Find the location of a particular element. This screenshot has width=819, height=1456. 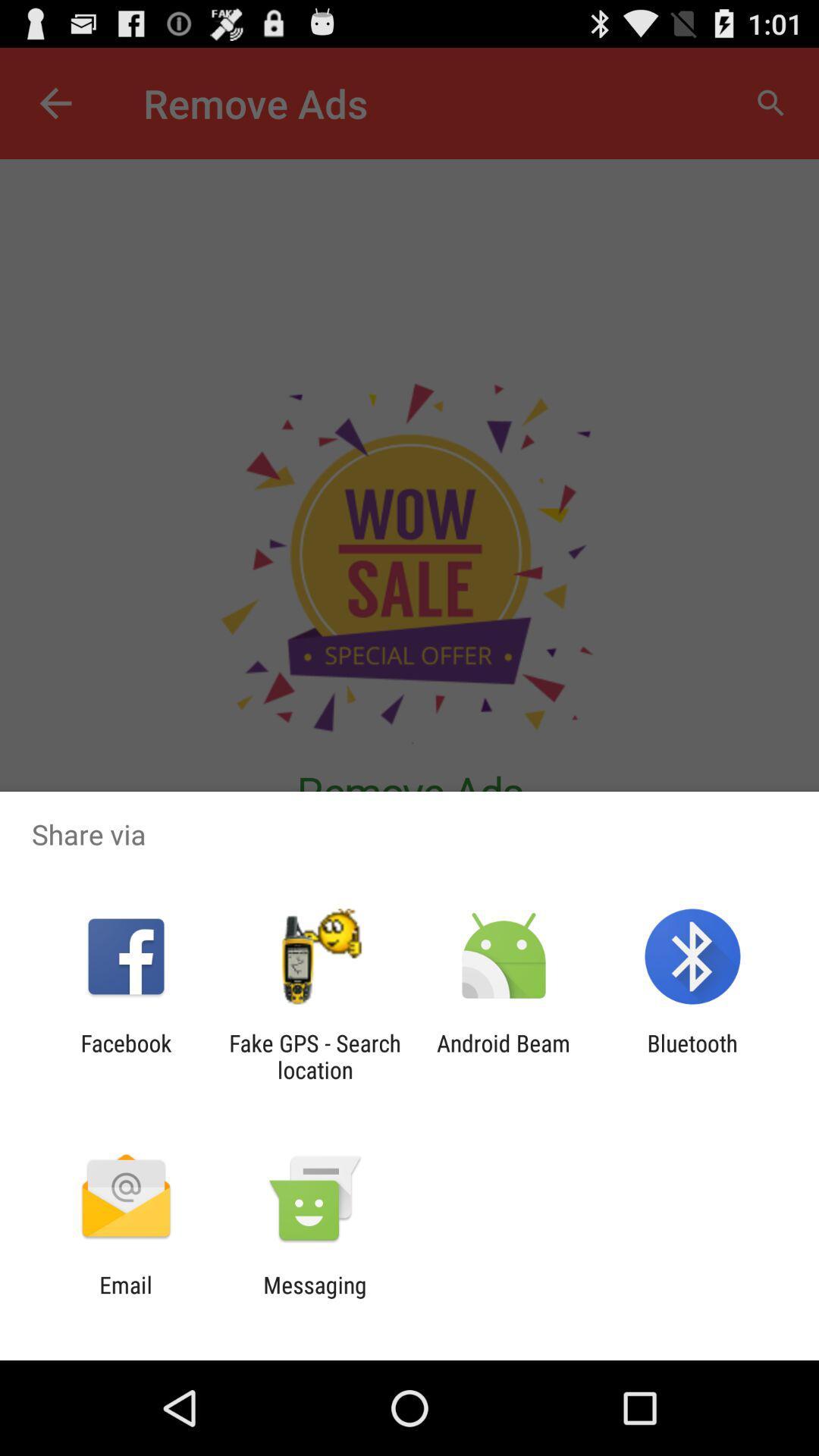

the item to the left of messaging app is located at coordinates (125, 1298).